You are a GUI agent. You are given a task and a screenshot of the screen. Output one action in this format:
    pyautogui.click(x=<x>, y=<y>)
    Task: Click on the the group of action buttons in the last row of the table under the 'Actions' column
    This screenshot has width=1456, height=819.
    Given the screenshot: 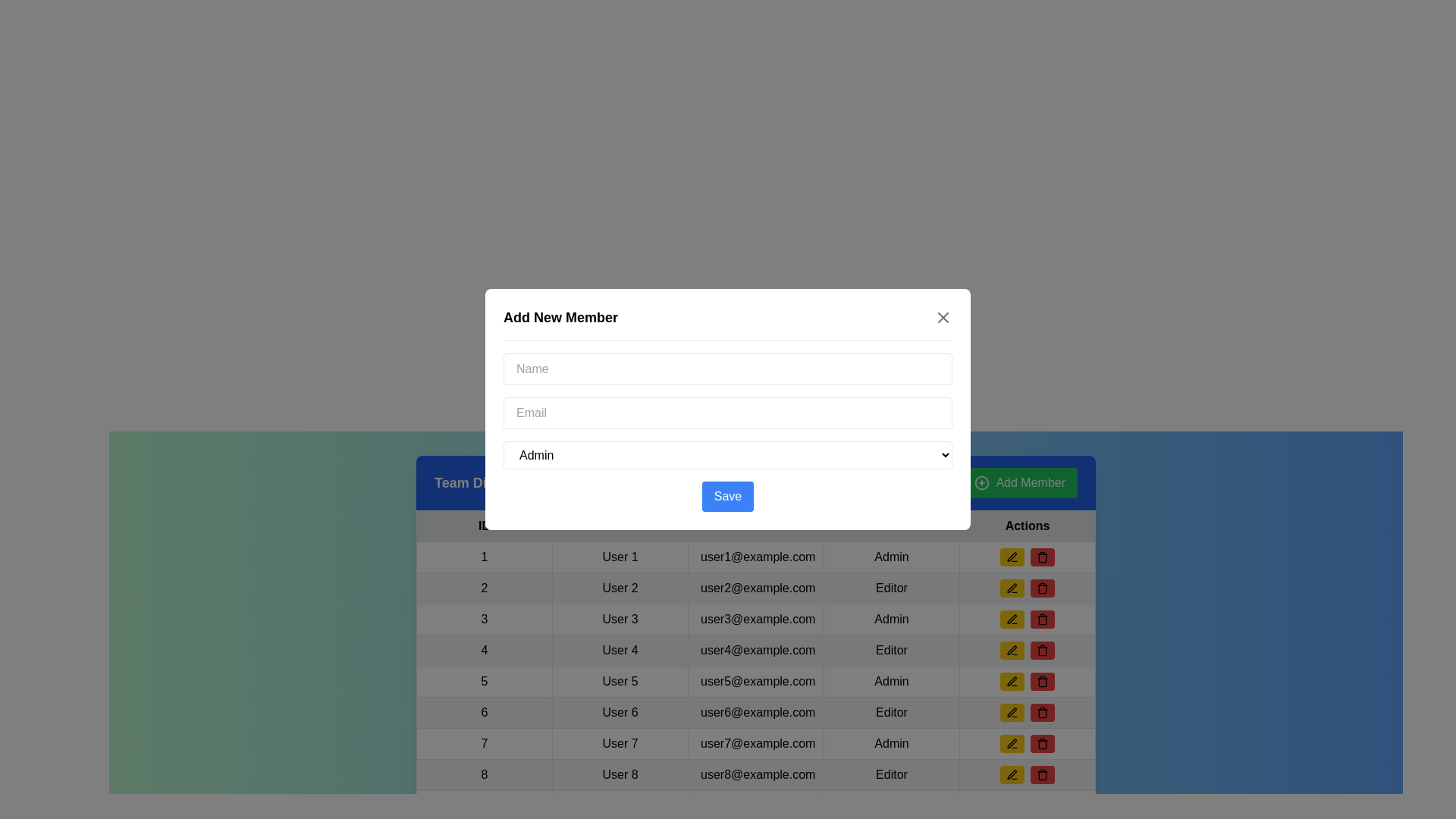 What is the action you would take?
    pyautogui.click(x=1027, y=775)
    